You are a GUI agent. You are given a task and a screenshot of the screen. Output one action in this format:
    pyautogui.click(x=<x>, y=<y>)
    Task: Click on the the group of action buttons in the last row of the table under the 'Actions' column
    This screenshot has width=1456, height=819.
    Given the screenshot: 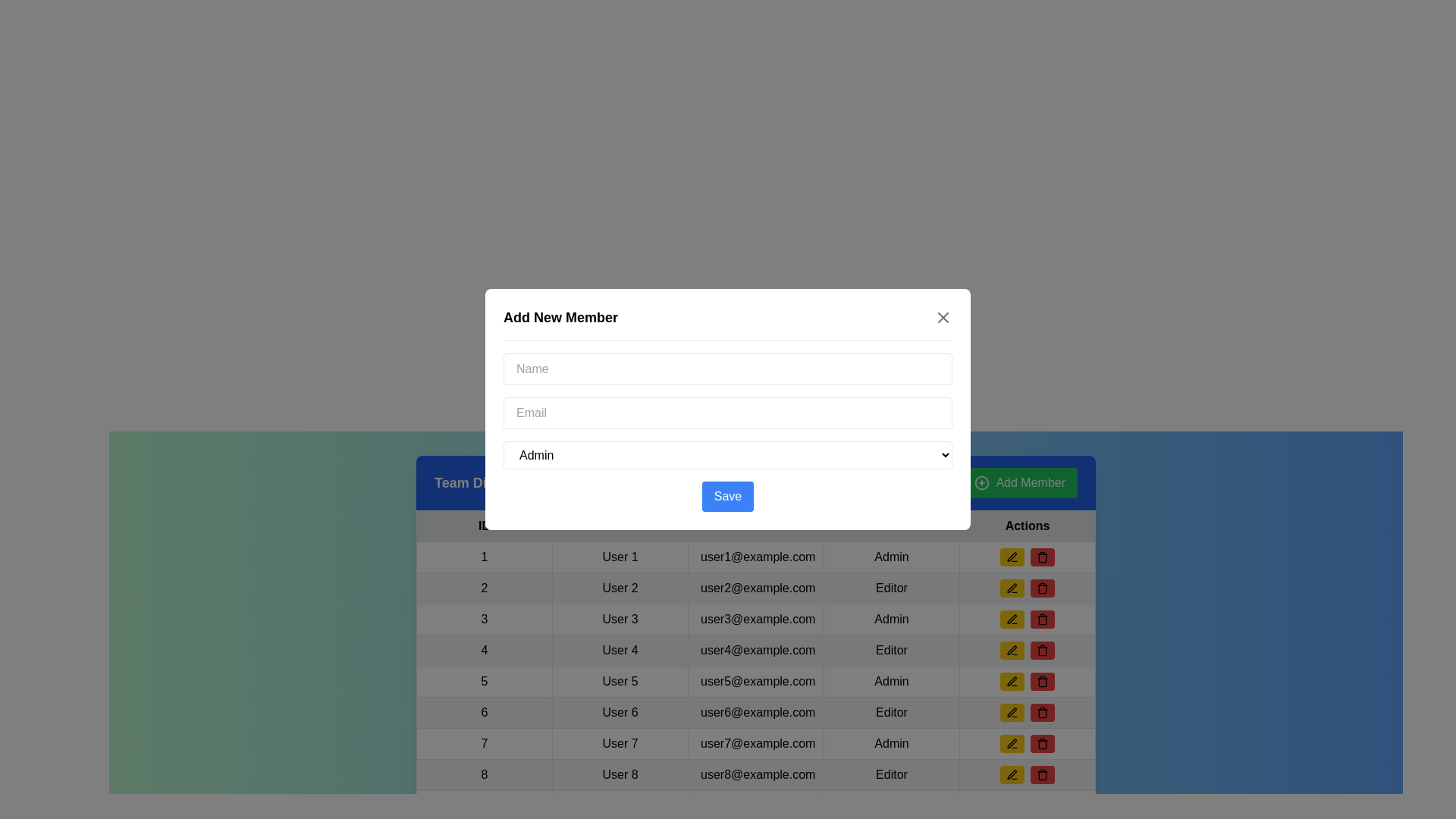 What is the action you would take?
    pyautogui.click(x=1027, y=775)
    